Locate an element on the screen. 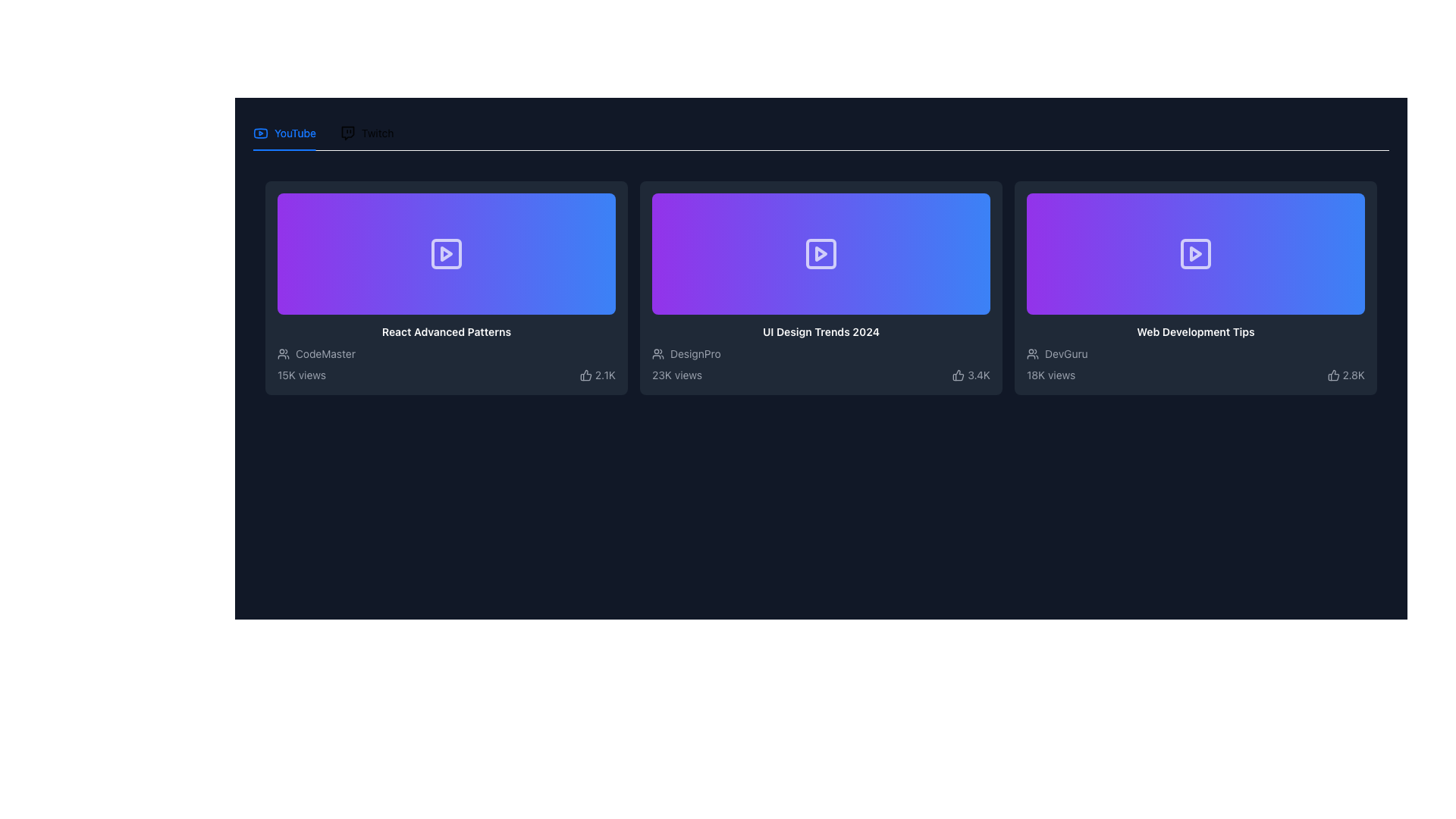 The height and width of the screenshot is (819, 1456). the static text displaying '18K views', which is styled in gray on a dark background and located in the metadata section of the video card, to the left of '2.8K' is located at coordinates (1050, 375).